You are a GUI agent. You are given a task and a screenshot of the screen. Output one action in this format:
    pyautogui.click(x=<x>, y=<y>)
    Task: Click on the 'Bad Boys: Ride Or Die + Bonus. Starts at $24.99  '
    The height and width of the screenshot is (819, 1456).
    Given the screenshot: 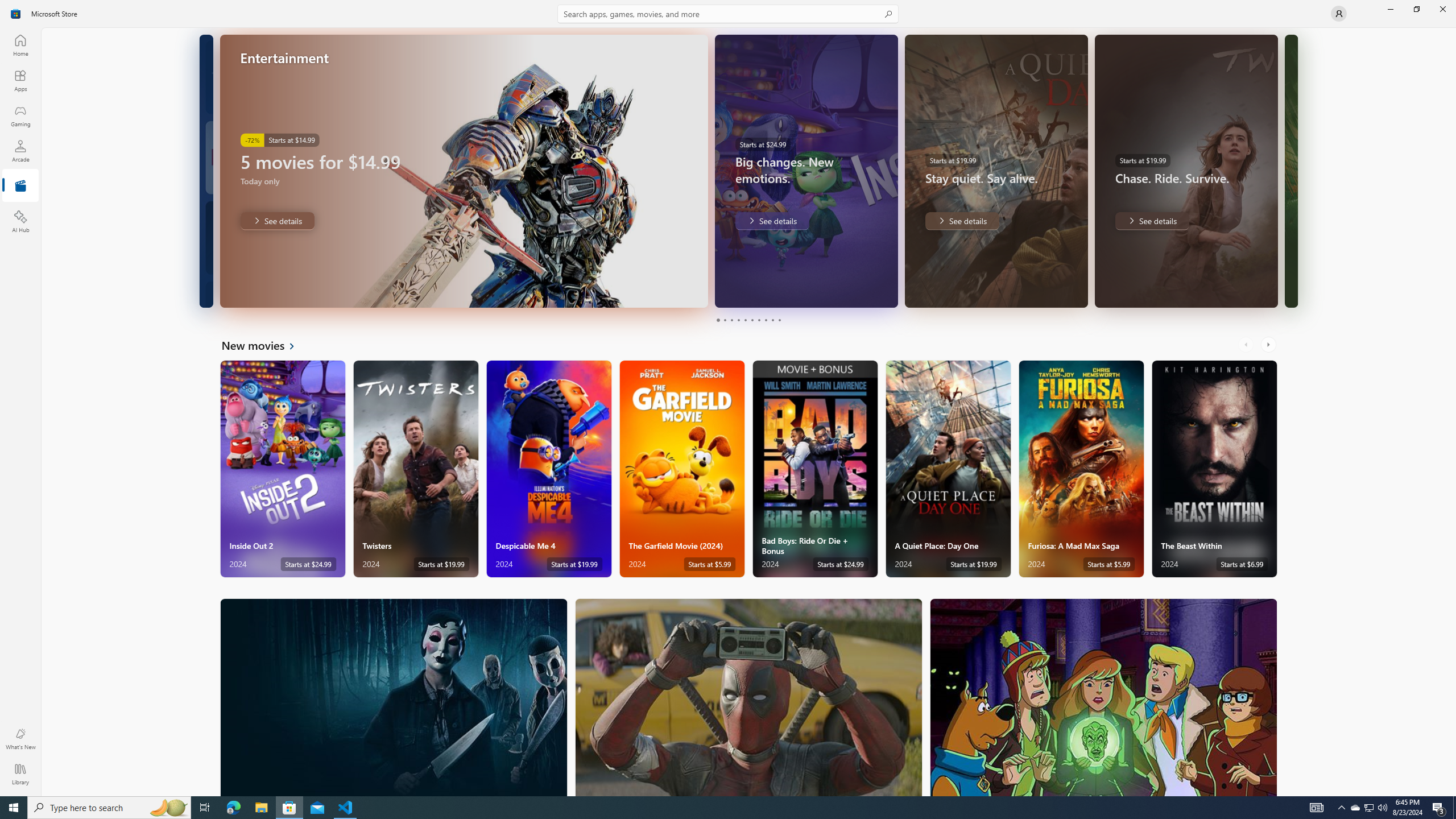 What is the action you would take?
    pyautogui.click(x=814, y=469)
    